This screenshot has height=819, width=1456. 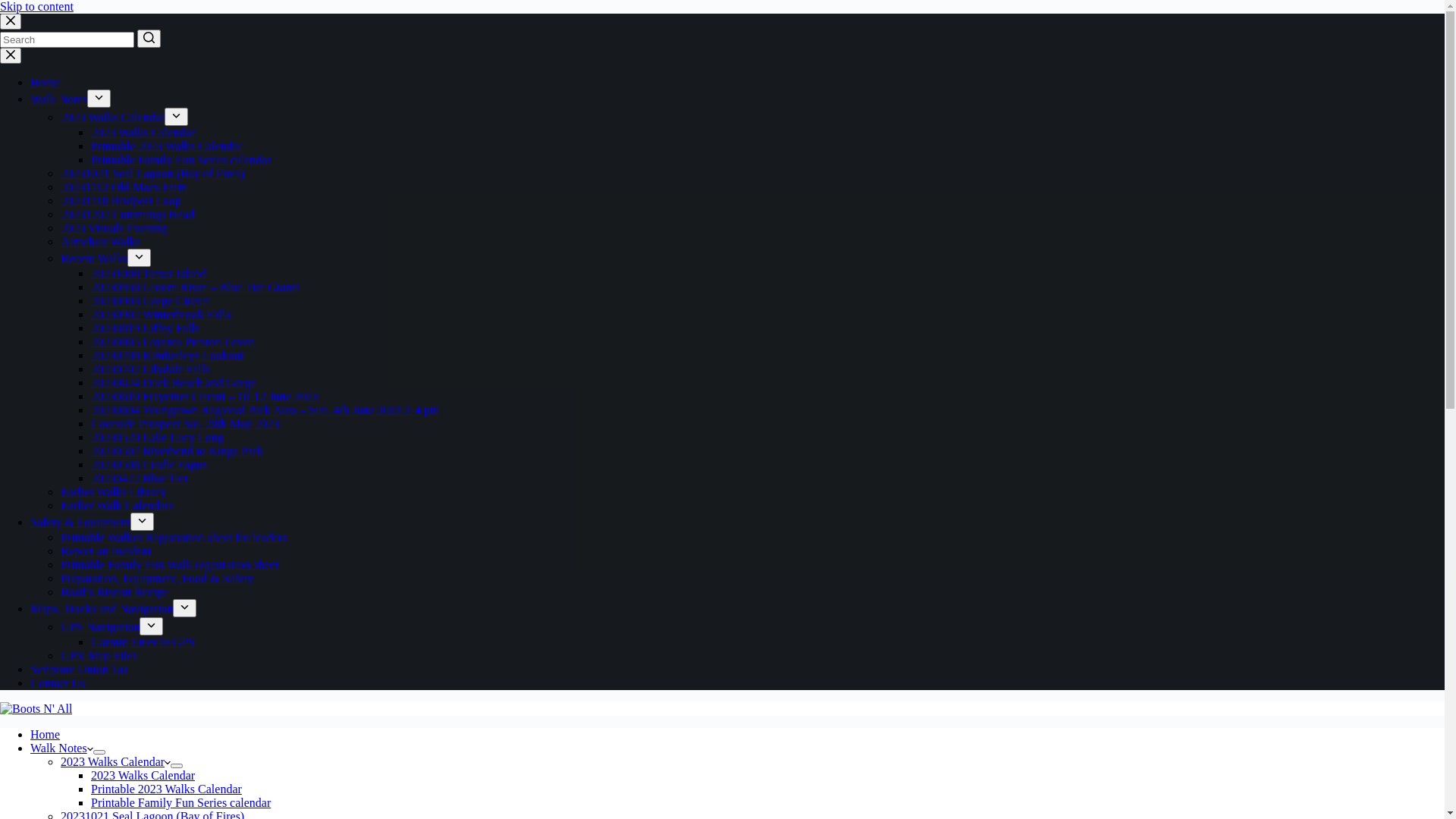 What do you see at coordinates (172, 341) in the screenshot?
I see `'20230805 Loyetea Preston Leven'` at bounding box center [172, 341].